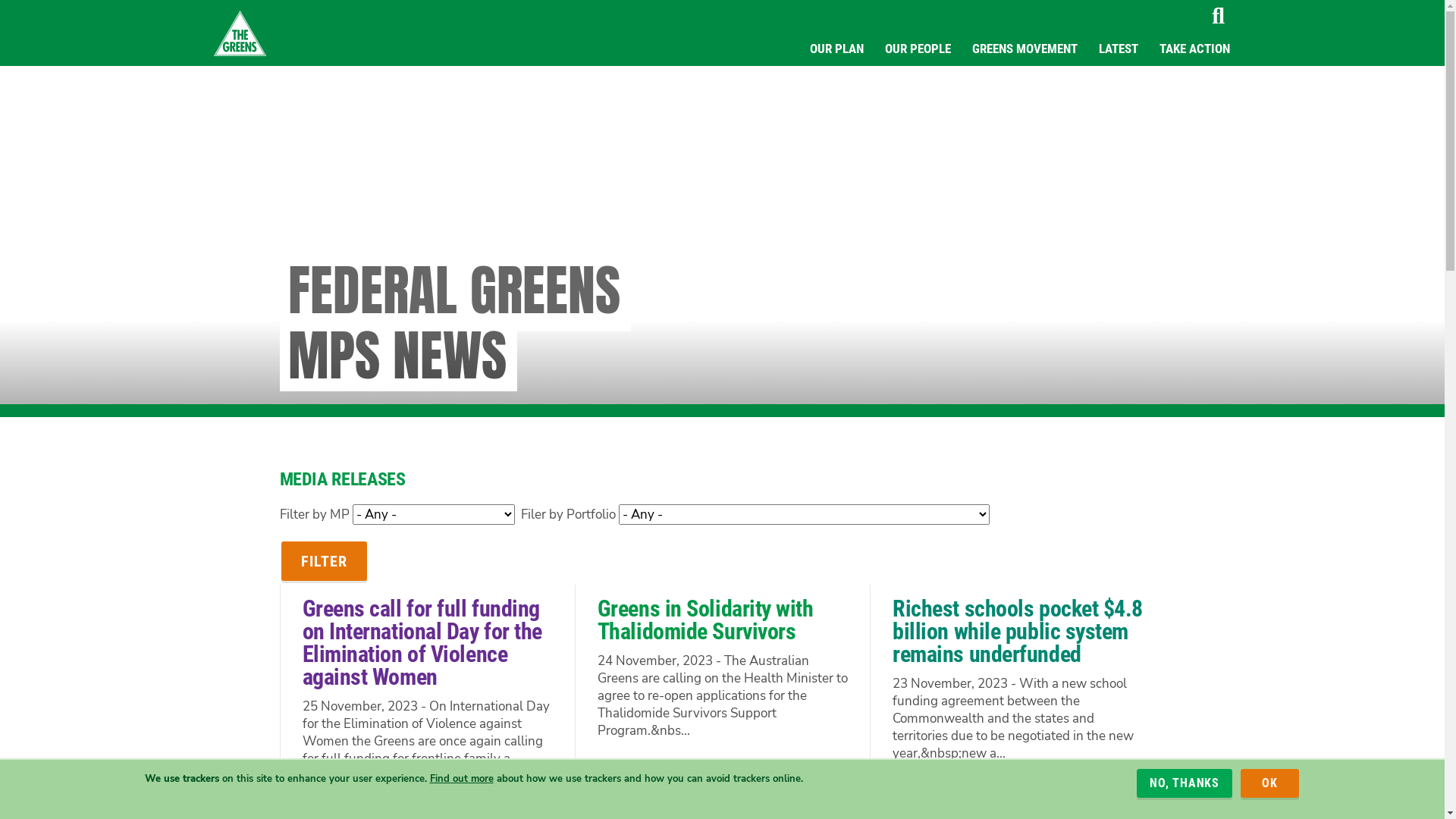  I want to click on 'Filter', so click(322, 561).